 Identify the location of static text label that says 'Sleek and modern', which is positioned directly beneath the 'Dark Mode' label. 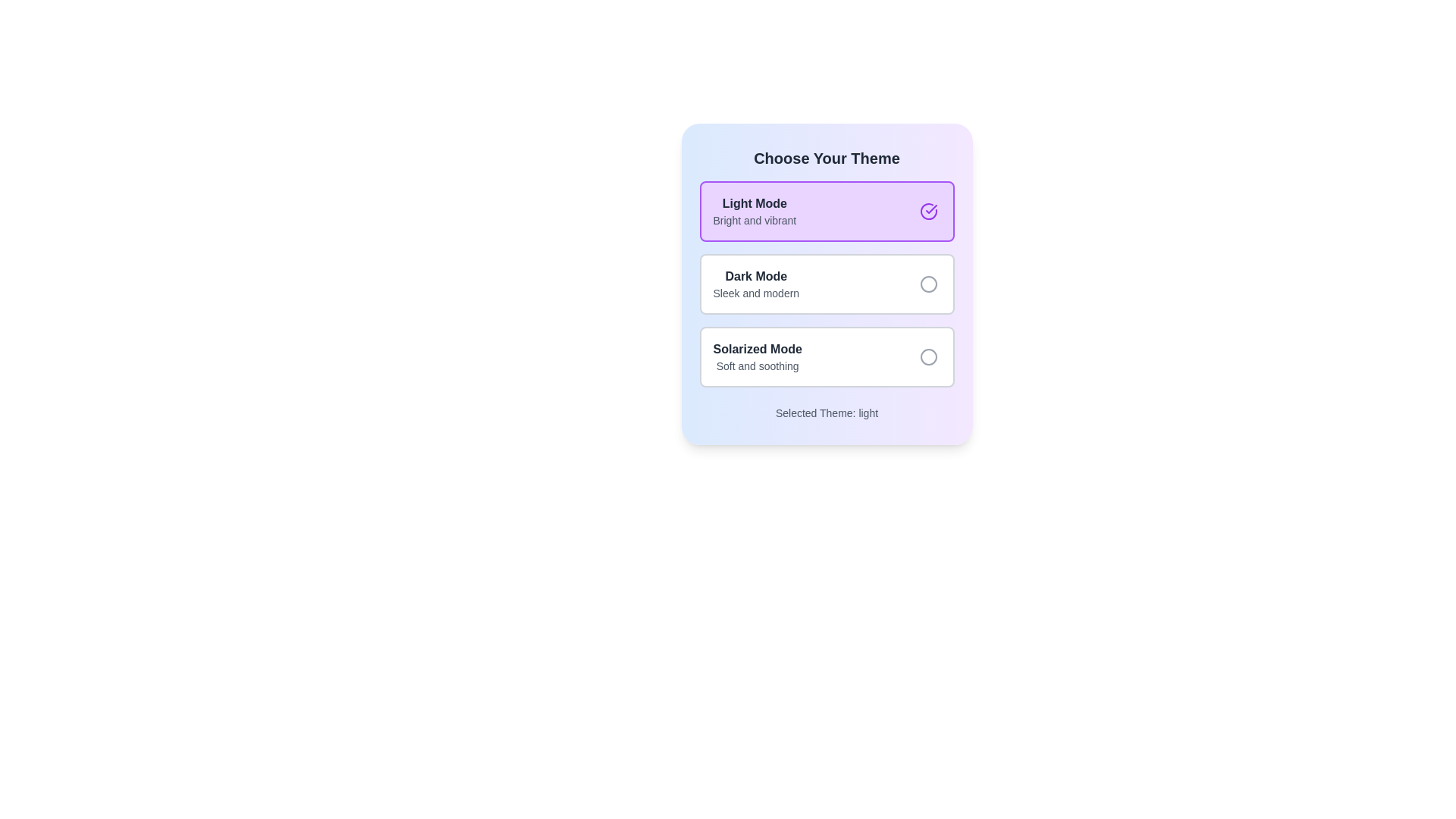
(756, 293).